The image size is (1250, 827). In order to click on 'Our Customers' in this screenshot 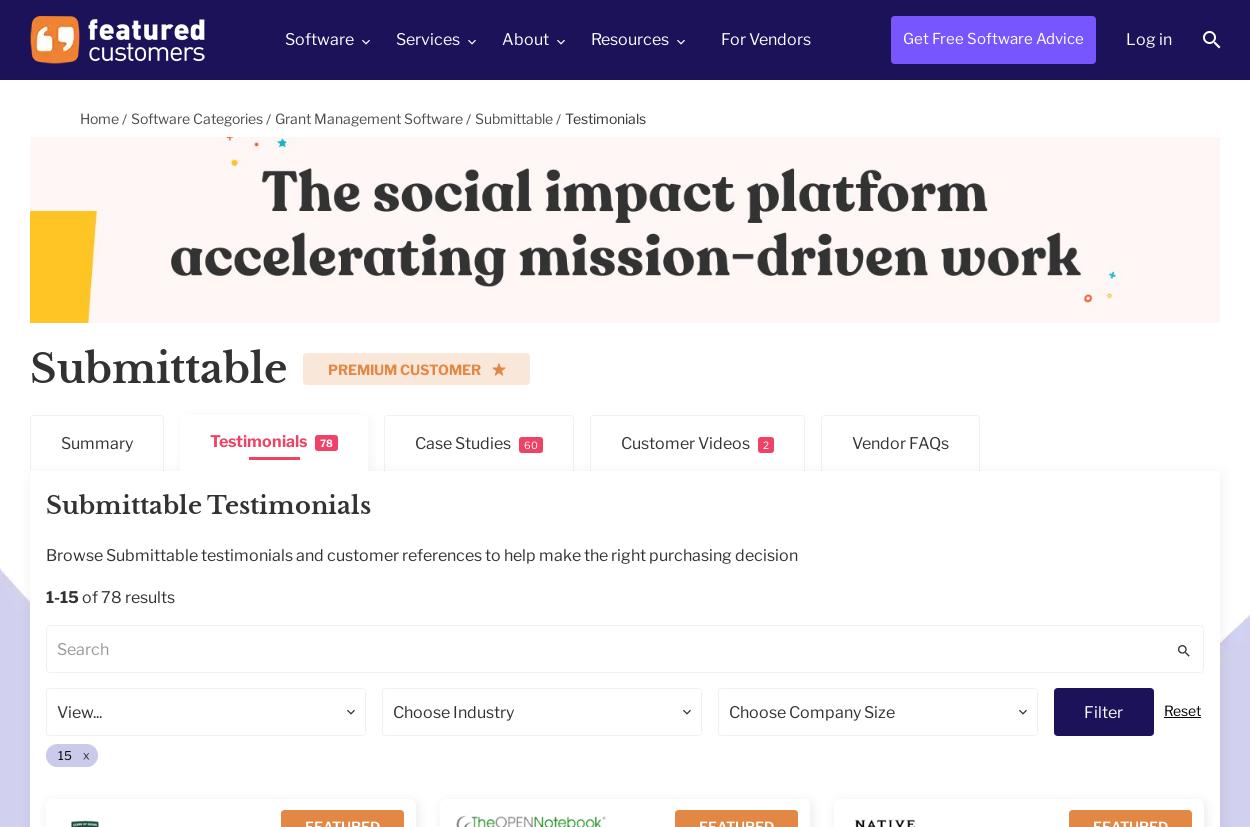, I will do `click(565, 138)`.